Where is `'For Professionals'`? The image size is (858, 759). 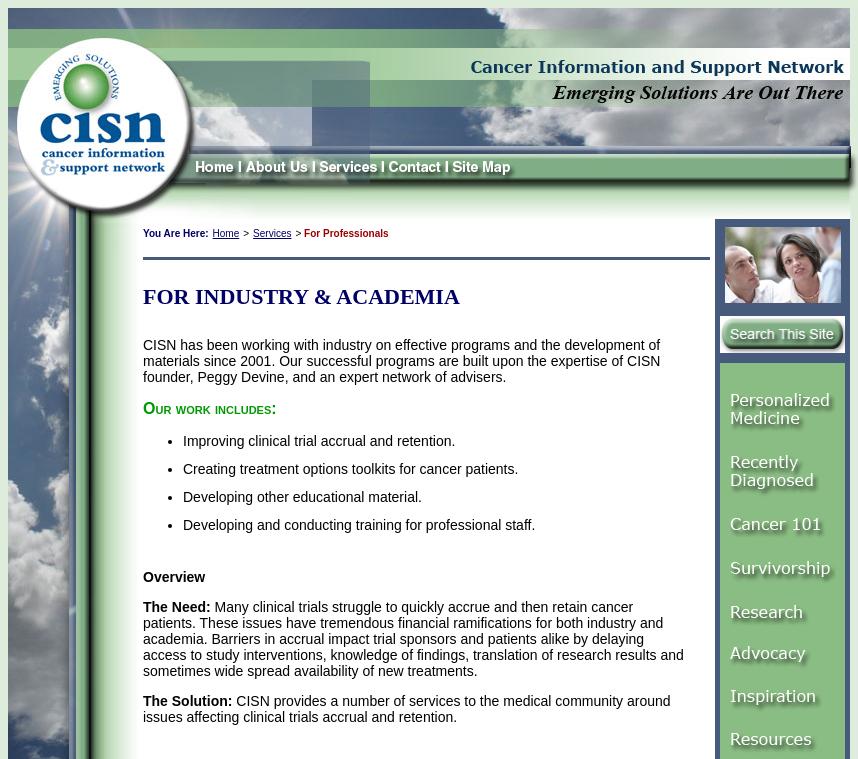
'For Professionals' is located at coordinates (346, 233).